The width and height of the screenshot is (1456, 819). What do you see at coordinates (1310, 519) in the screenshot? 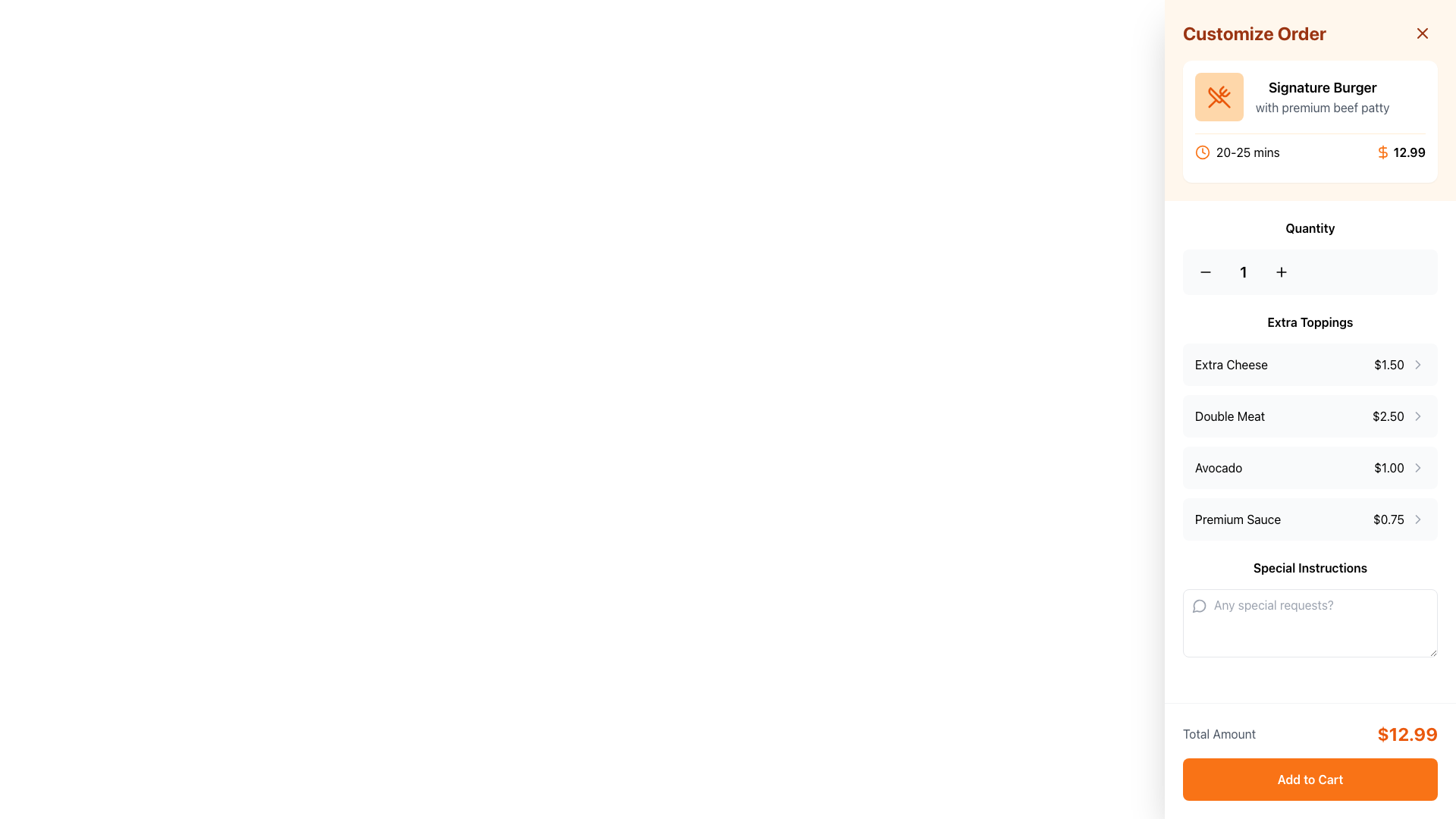
I see `the fourth item in the 'Extra Toppings' list, which represents the 'Premium Sauce' topping option priced at $0.75` at bounding box center [1310, 519].